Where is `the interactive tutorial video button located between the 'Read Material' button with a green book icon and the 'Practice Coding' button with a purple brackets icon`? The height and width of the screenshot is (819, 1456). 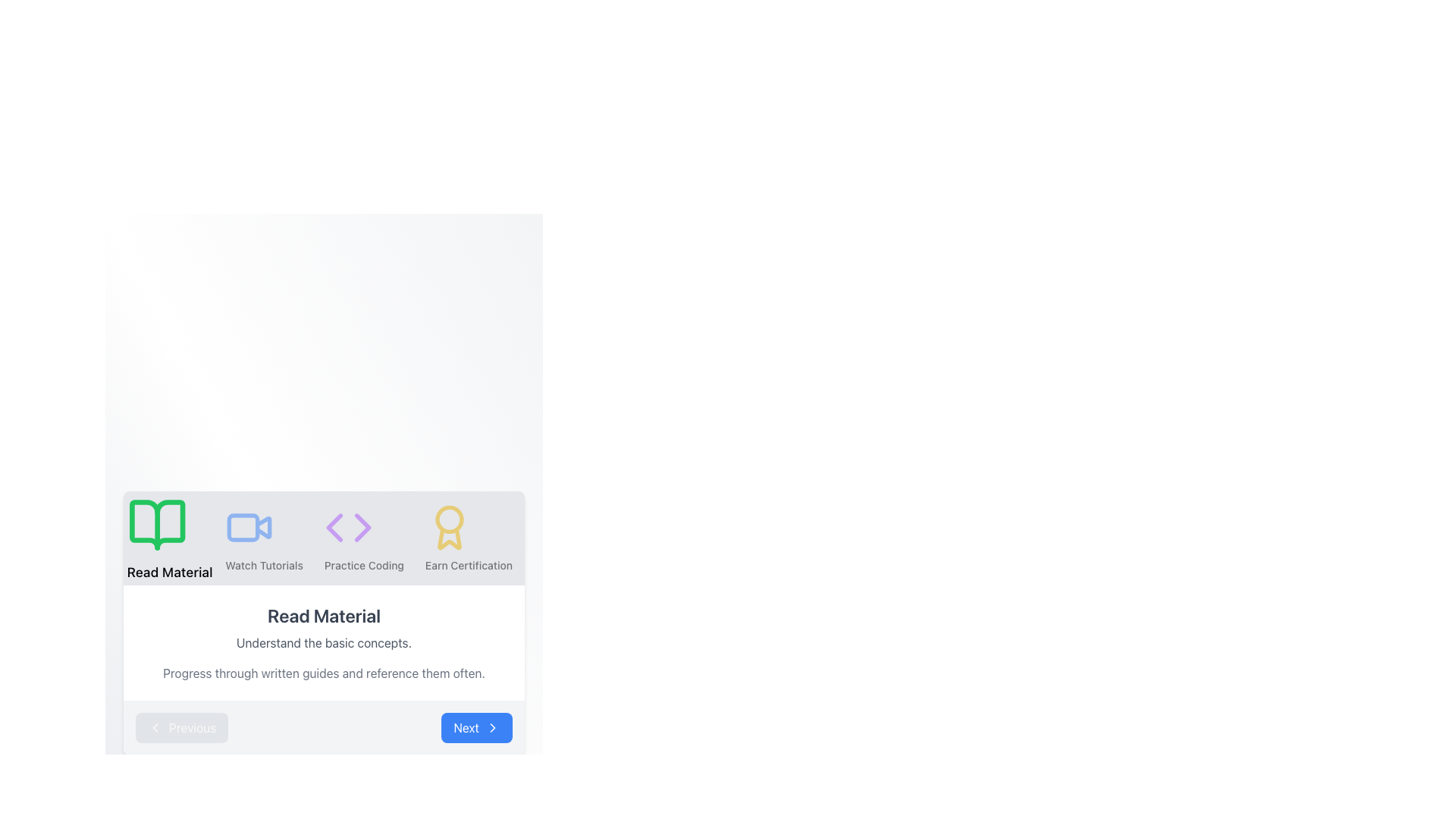
the interactive tutorial video button located between the 'Read Material' button with a green book icon and the 'Practice Coding' button with a purple brackets icon is located at coordinates (264, 537).